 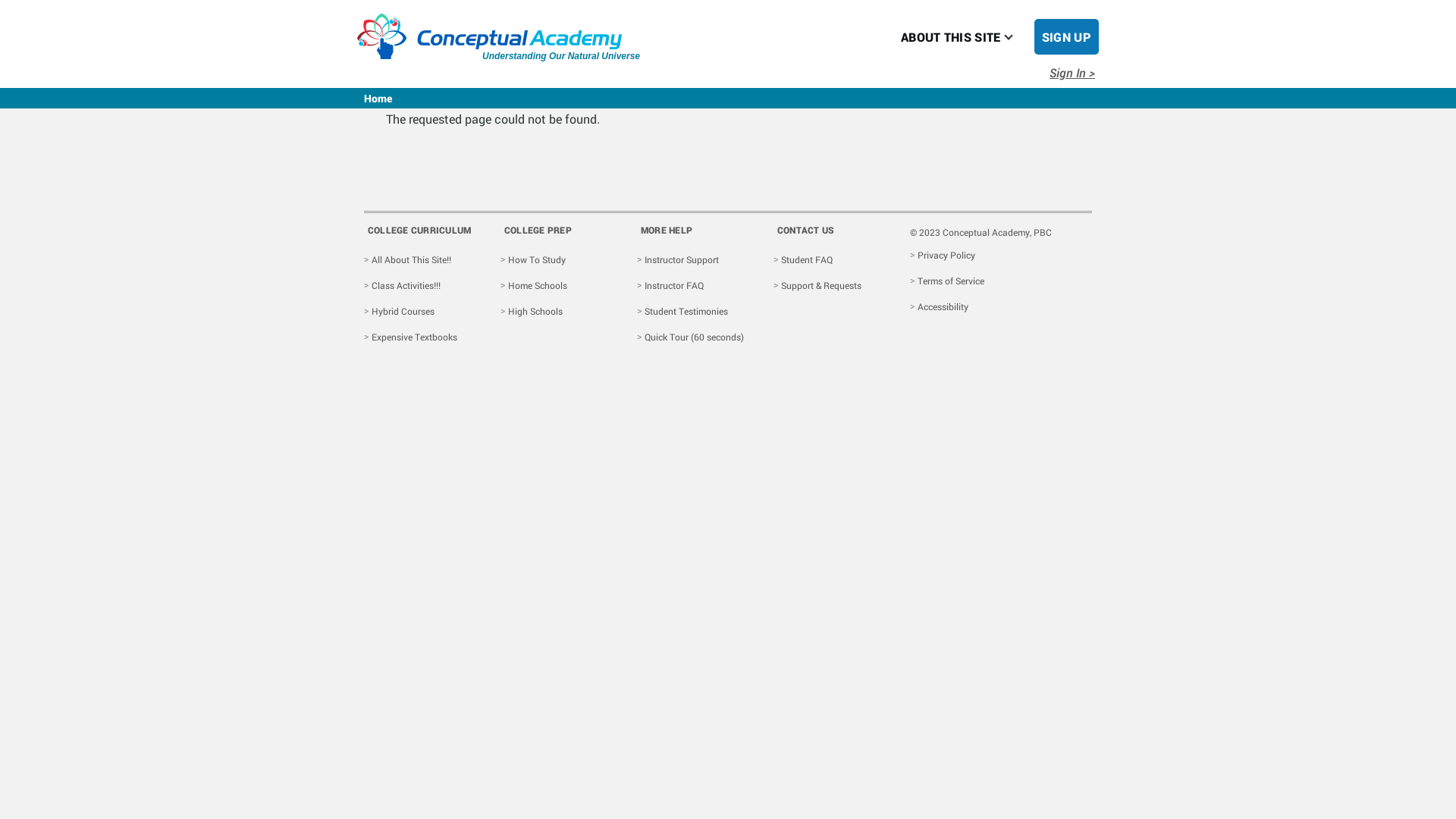 What do you see at coordinates (403, 309) in the screenshot?
I see `'Hybrid Courses'` at bounding box center [403, 309].